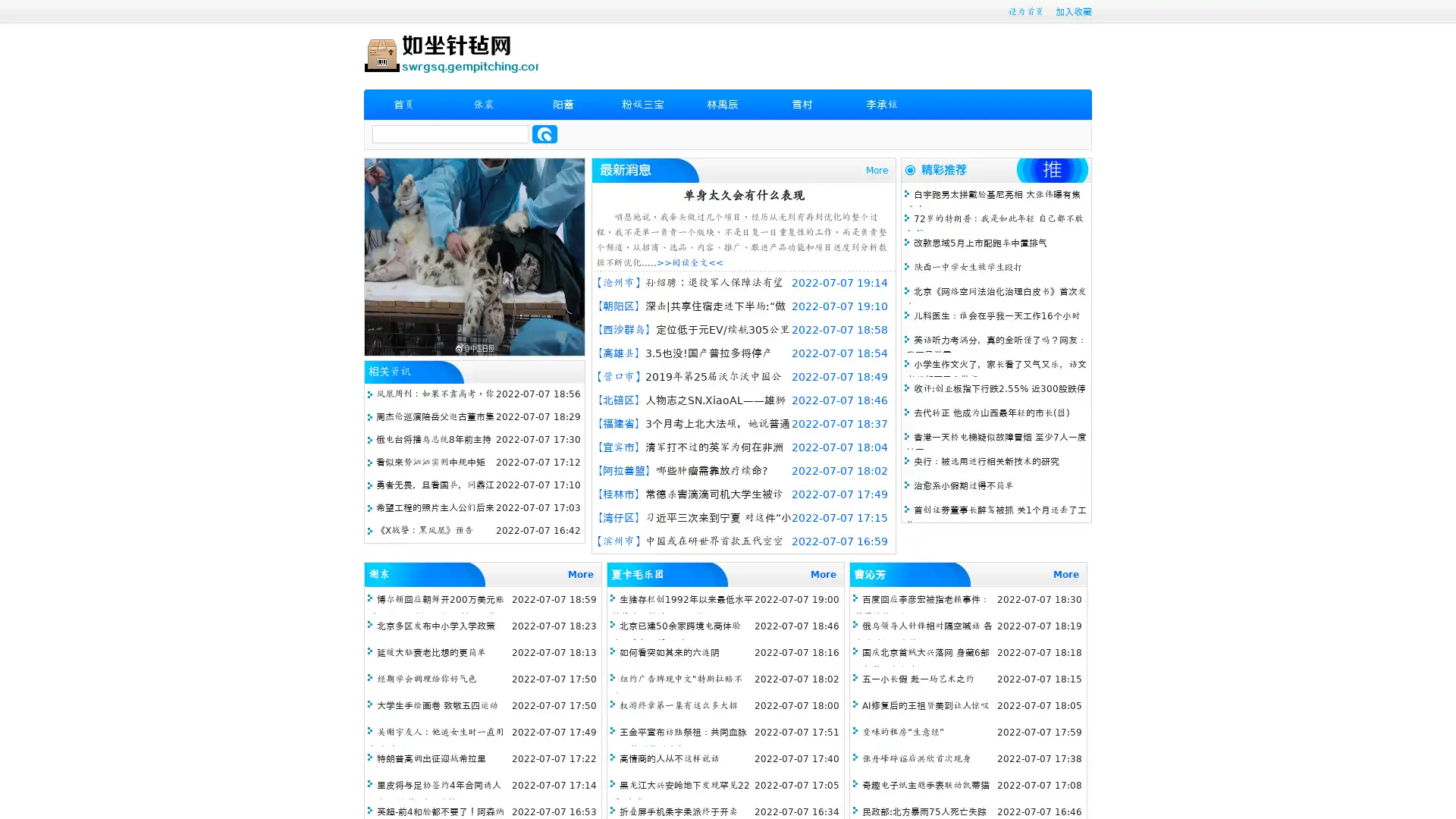 The width and height of the screenshot is (1456, 819). I want to click on Search, so click(544, 133).